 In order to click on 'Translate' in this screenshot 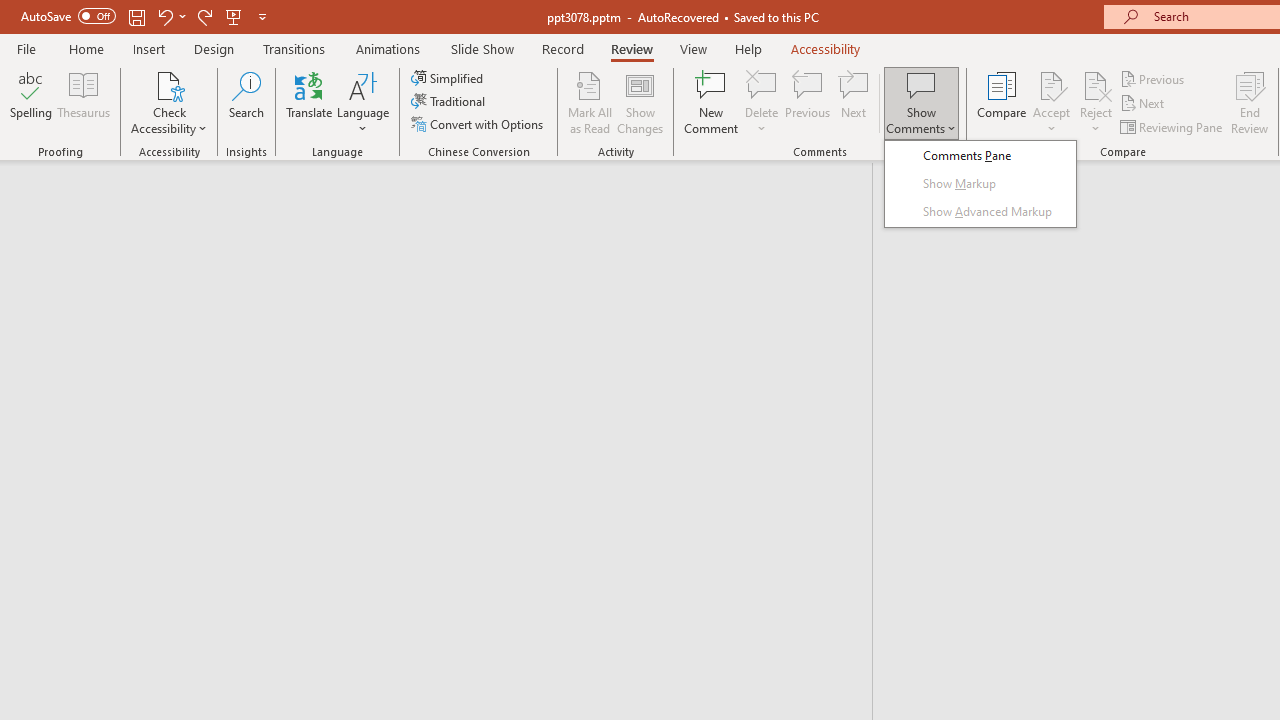, I will do `click(308, 103)`.